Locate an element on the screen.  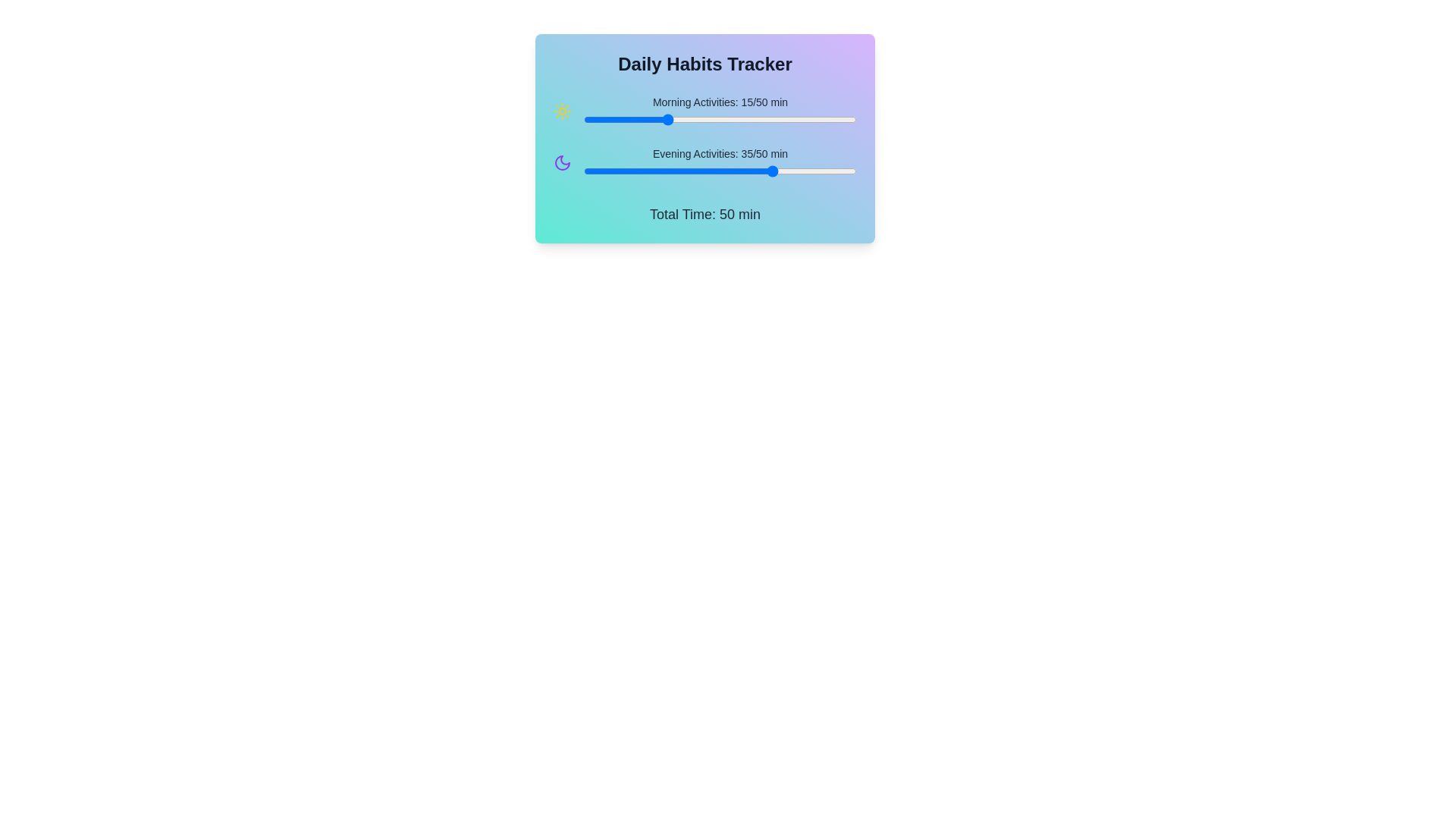
the 'Morning Activities' slider is located at coordinates (747, 119).